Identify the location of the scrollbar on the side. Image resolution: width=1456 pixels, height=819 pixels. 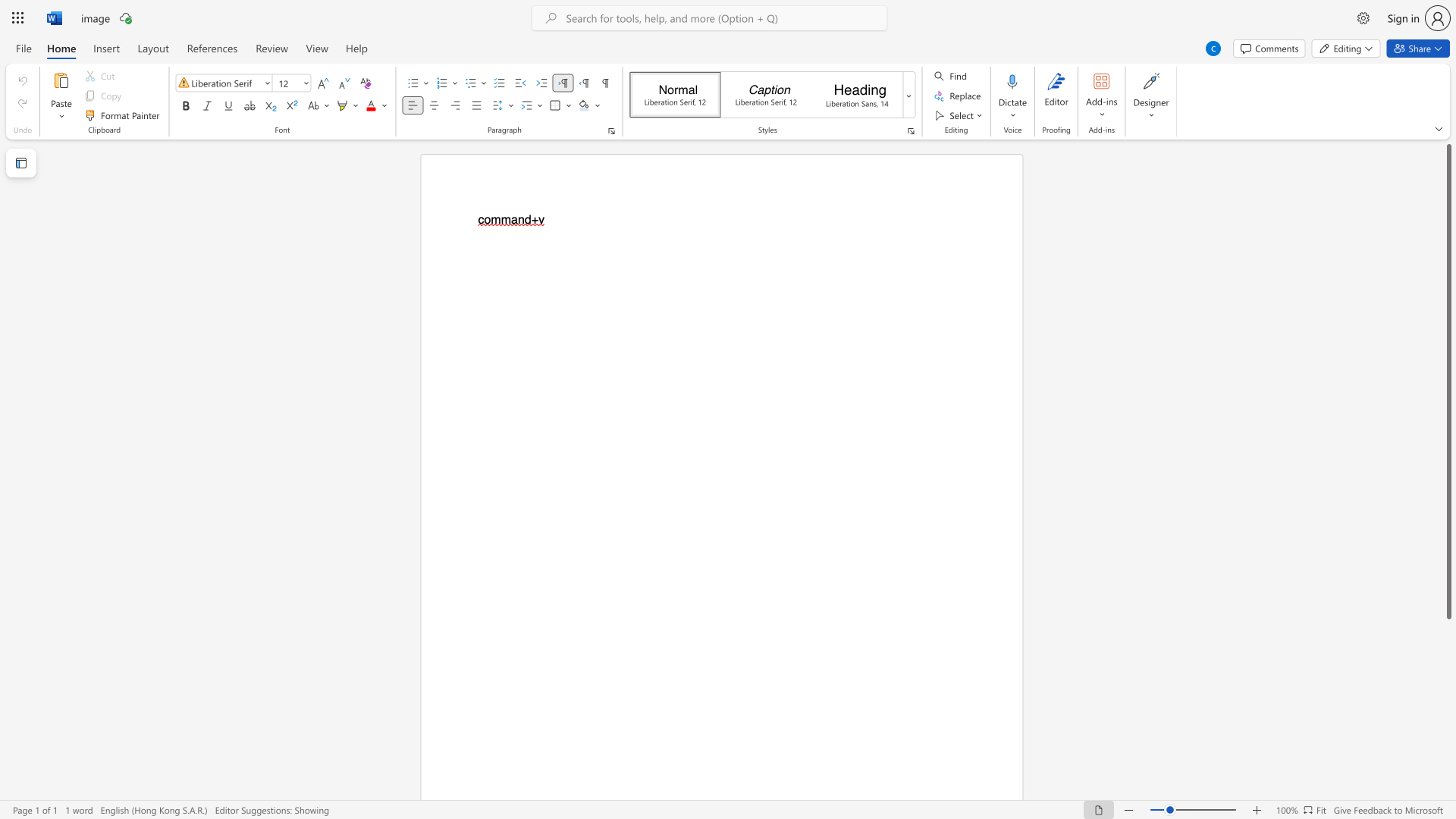
(1448, 751).